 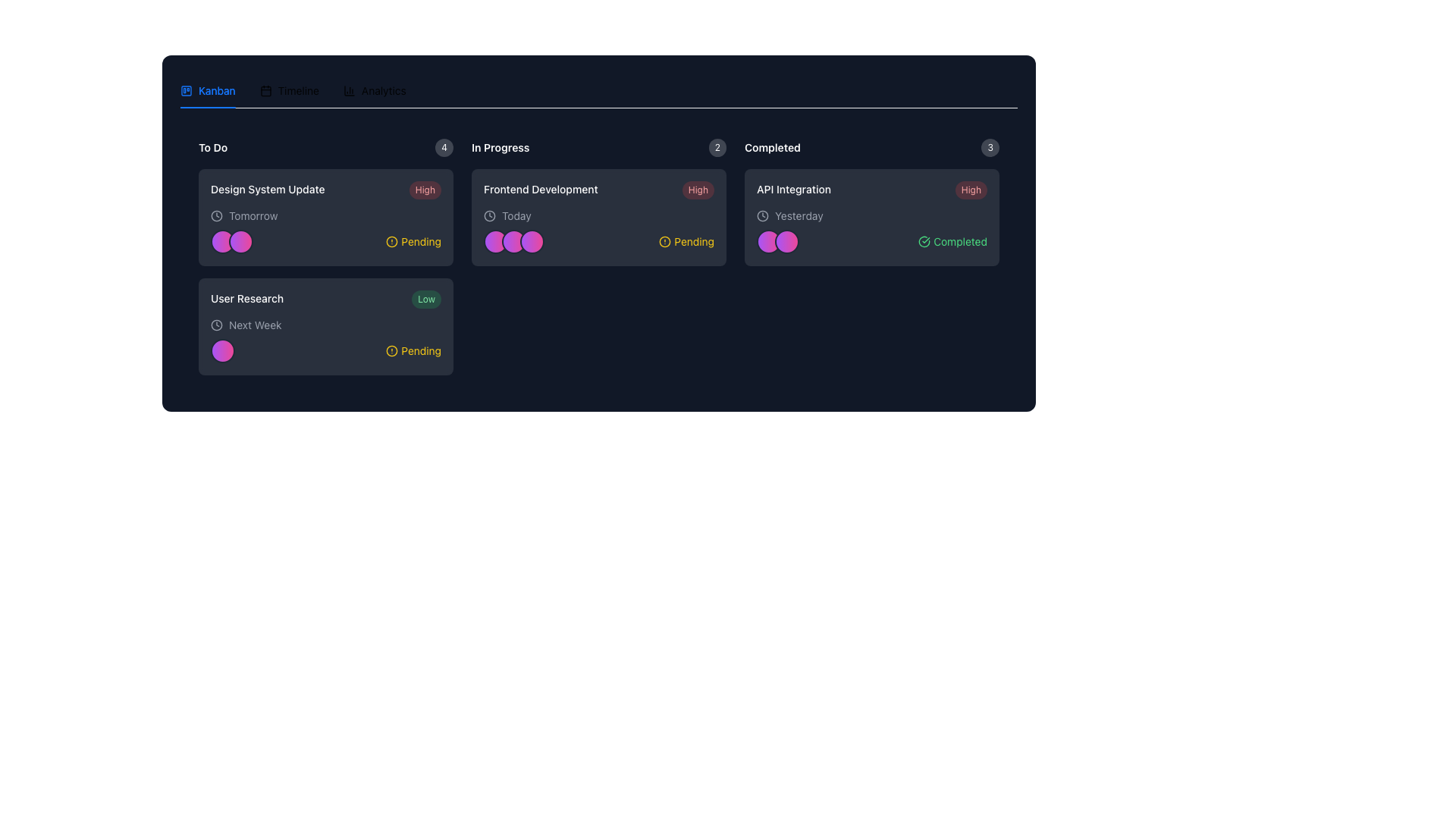 What do you see at coordinates (686, 241) in the screenshot?
I see `displayed status of the status indicator located in the bottom-right corner of the 'Frontend Development' card in the 'In Progress' column` at bounding box center [686, 241].